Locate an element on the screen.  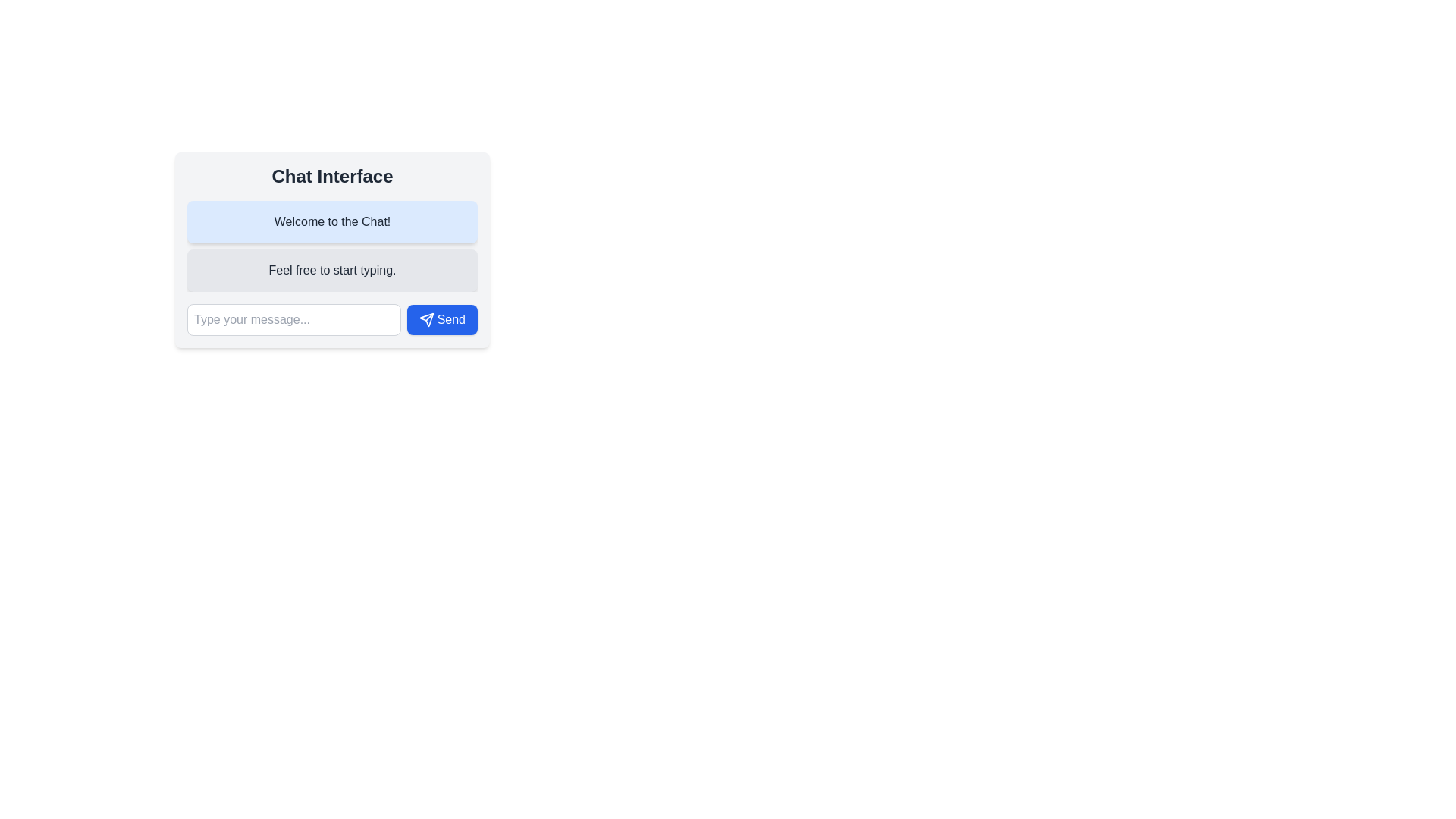
the text input box styled with rounded corners and a light gray border, which has the placeholder text 'Type your message...' for additional options is located at coordinates (293, 318).